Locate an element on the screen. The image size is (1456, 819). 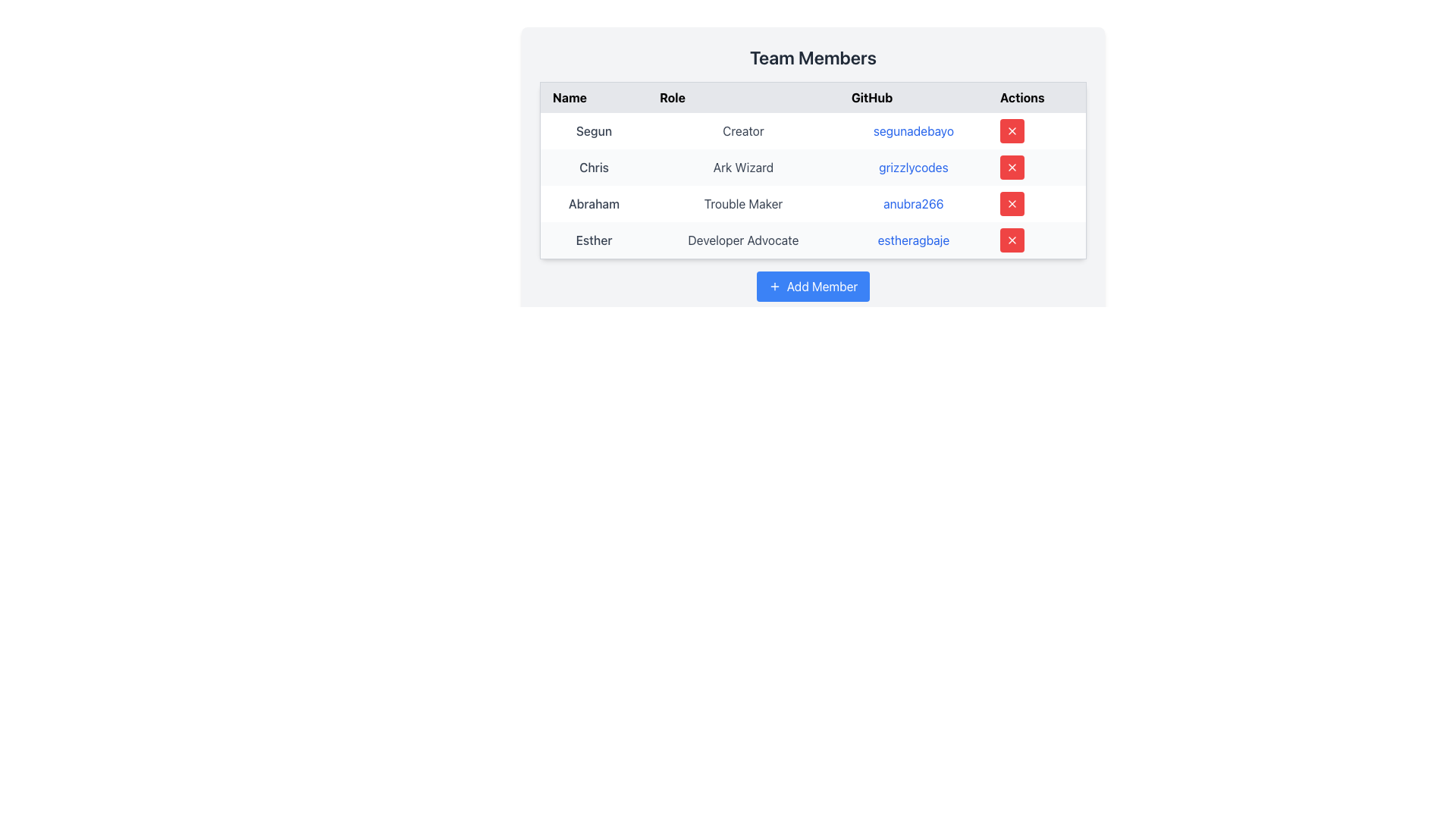
the text label displaying the role of 'Segun' in the team, located in the second column of the first row under the 'Role' header in the members table is located at coordinates (743, 130).